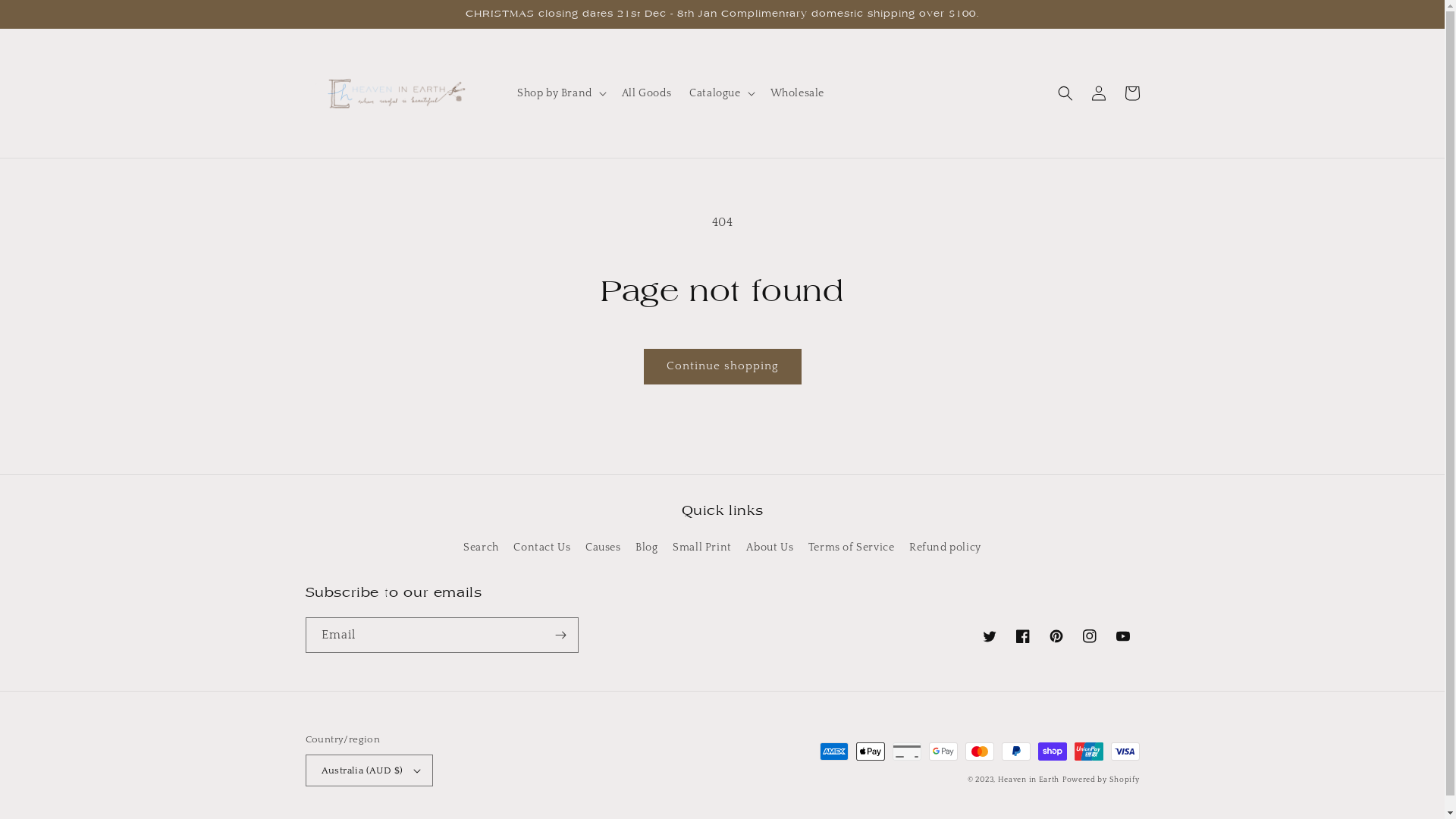 This screenshot has width=1456, height=819. What do you see at coordinates (1005, 636) in the screenshot?
I see `'Facebook'` at bounding box center [1005, 636].